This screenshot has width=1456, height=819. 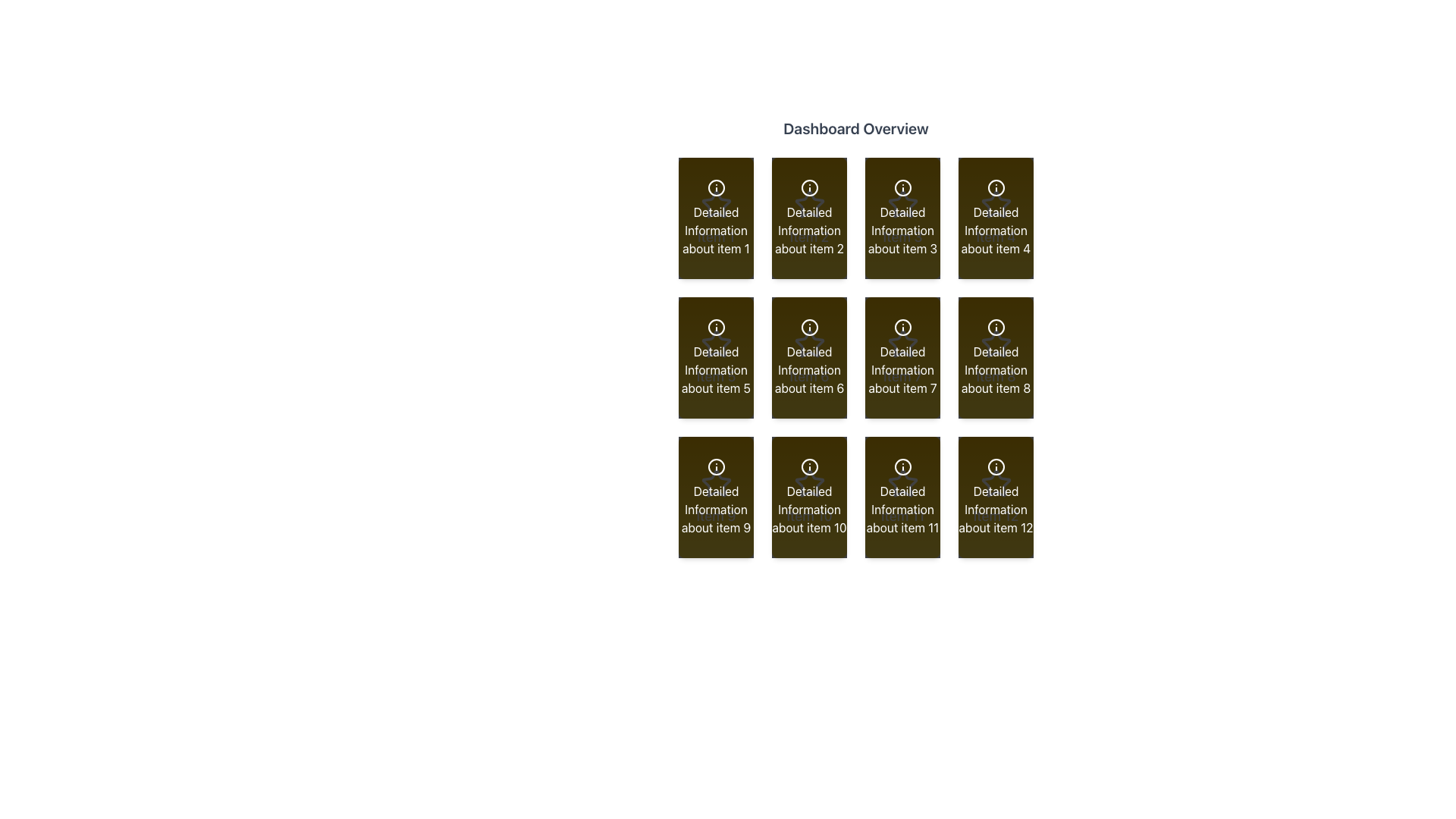 I want to click on the star icon located within the card labeled 'Item 8' for visual feedback, so click(x=996, y=344).